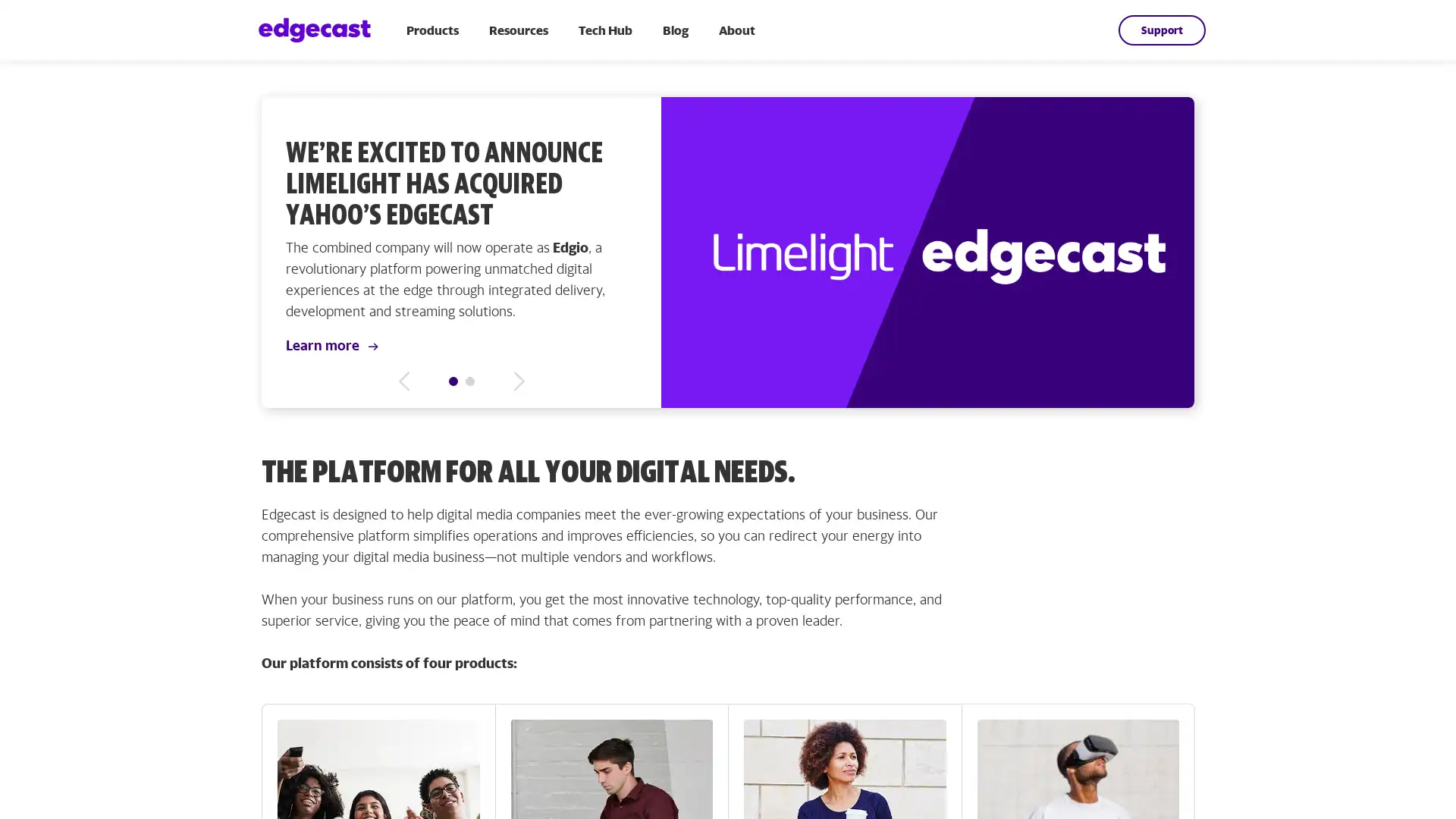 This screenshot has width=1456, height=819. I want to click on Show slide 2 of 2, so click(469, 380).